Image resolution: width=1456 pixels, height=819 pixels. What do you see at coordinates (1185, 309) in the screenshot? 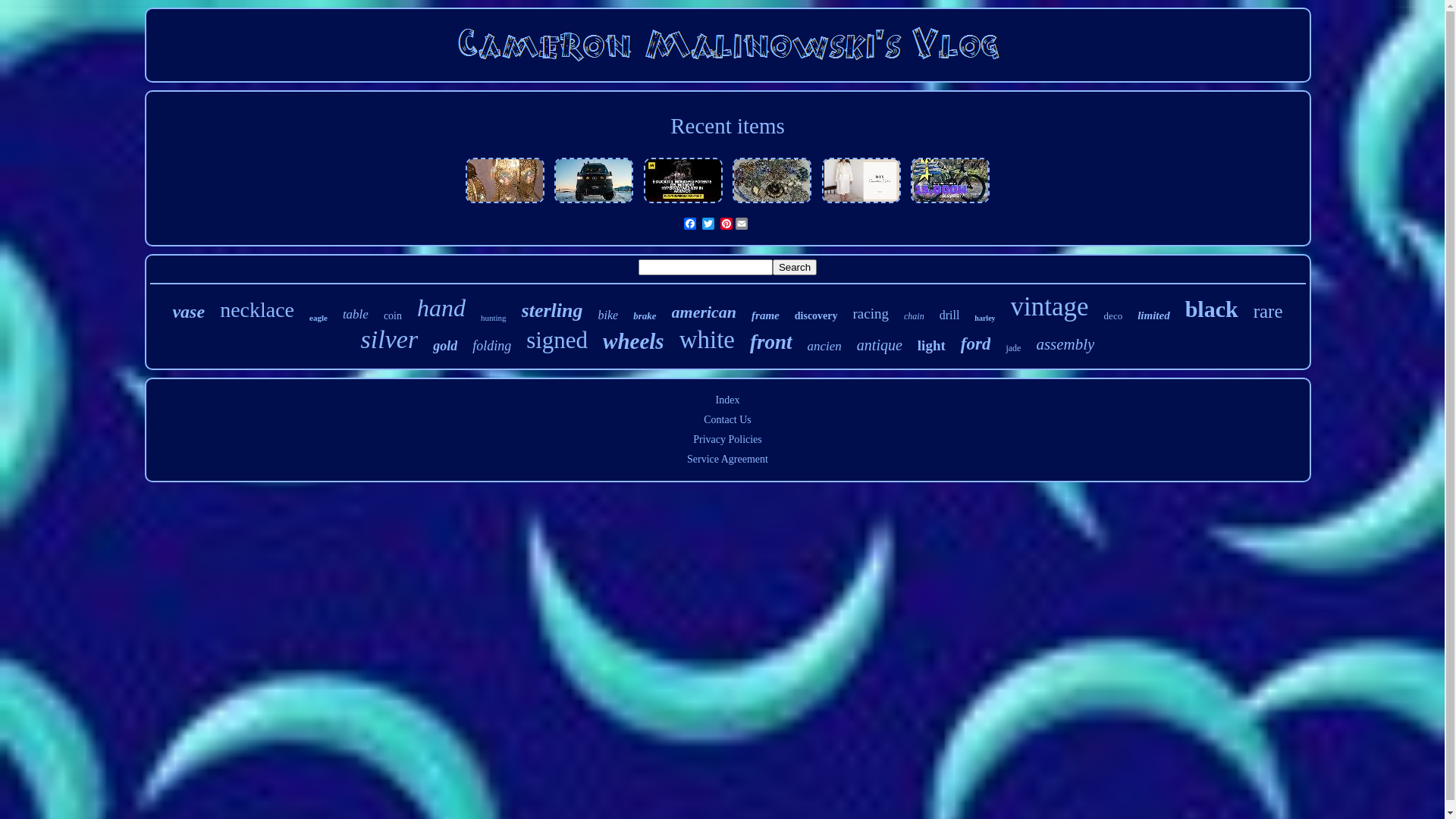
I see `'black'` at bounding box center [1185, 309].